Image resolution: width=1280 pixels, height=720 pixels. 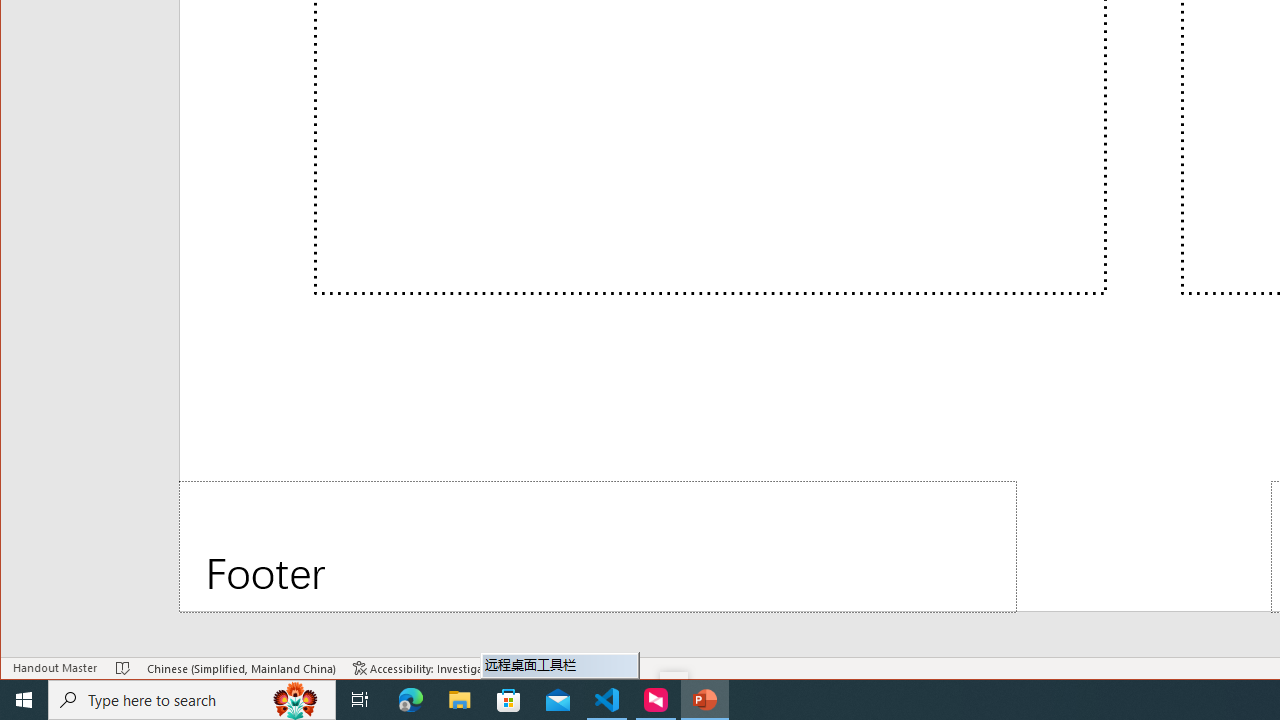 I want to click on 'Search highlights icon opens search home window', so click(x=294, y=698).